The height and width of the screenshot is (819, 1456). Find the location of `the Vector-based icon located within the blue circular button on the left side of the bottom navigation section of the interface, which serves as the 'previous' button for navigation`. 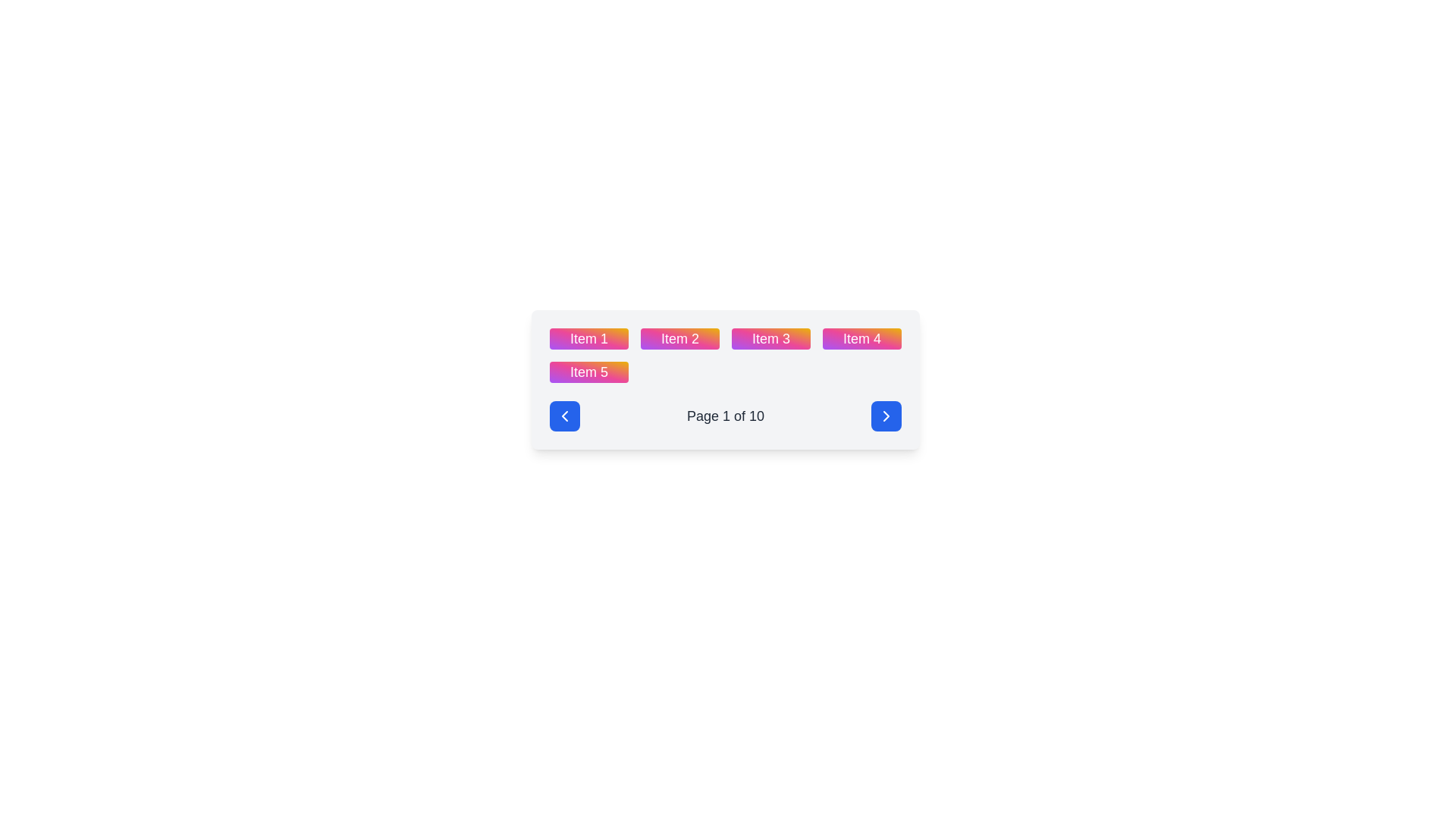

the Vector-based icon located within the blue circular button on the left side of the bottom navigation section of the interface, which serves as the 'previous' button for navigation is located at coordinates (563, 416).